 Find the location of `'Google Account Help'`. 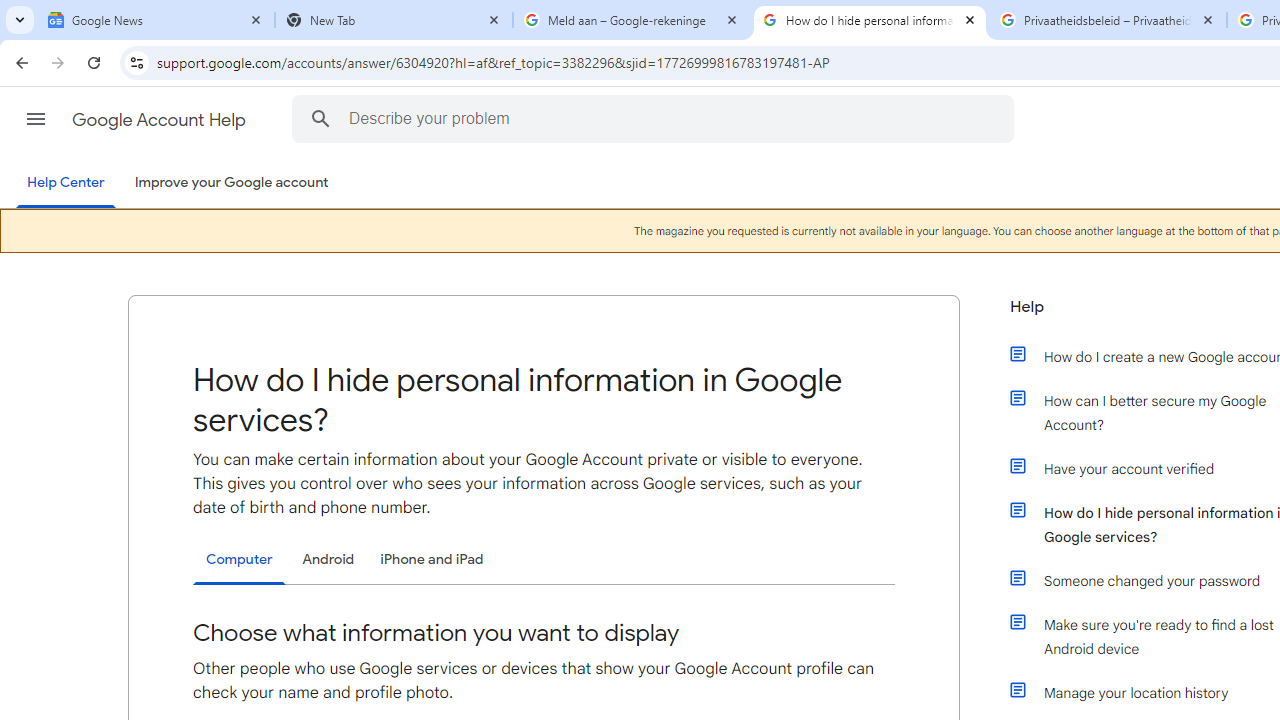

'Google Account Help' is located at coordinates (160, 119).